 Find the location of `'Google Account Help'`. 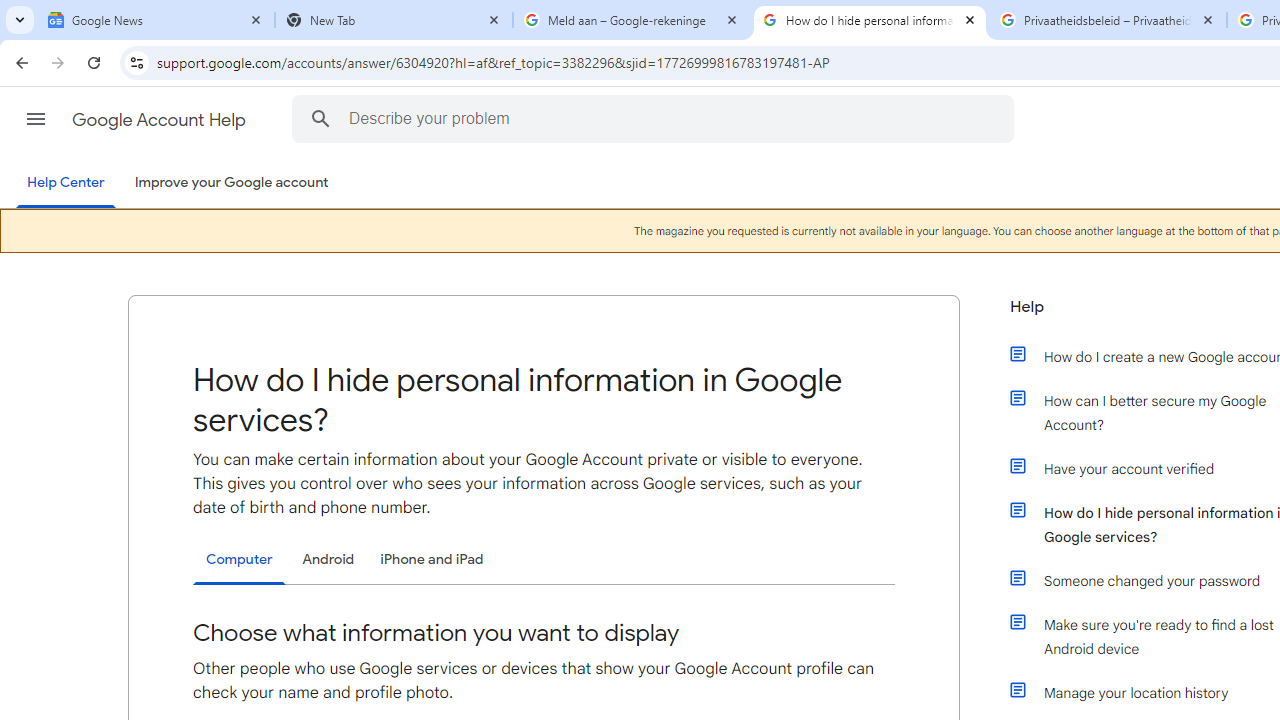

'Google Account Help' is located at coordinates (160, 119).